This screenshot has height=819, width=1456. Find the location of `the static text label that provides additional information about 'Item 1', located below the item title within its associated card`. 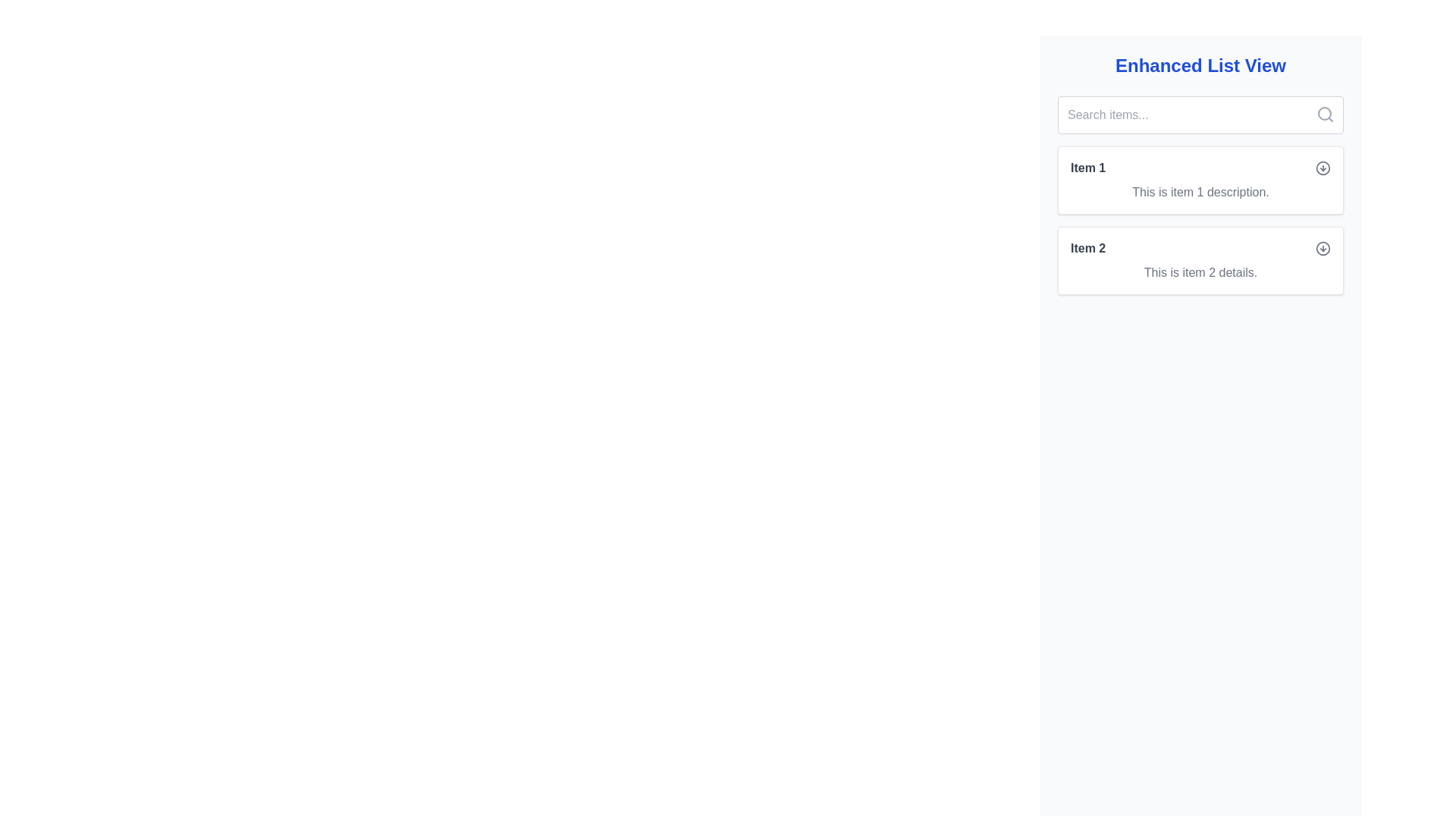

the static text label that provides additional information about 'Item 1', located below the item title within its associated card is located at coordinates (1200, 192).